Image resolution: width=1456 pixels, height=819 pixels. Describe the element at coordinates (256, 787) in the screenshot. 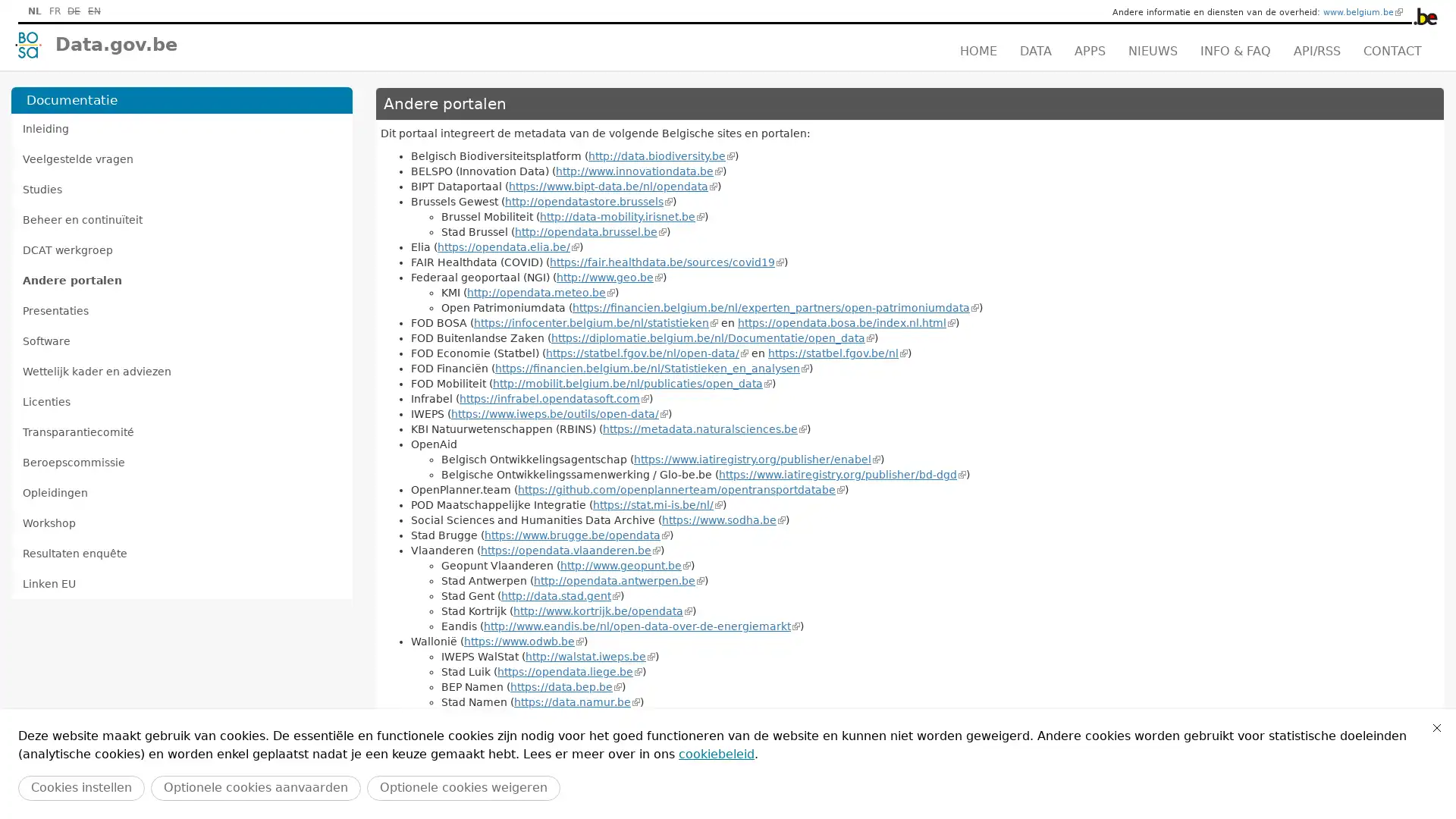

I see `Optionele cookies aanvaarden` at that location.